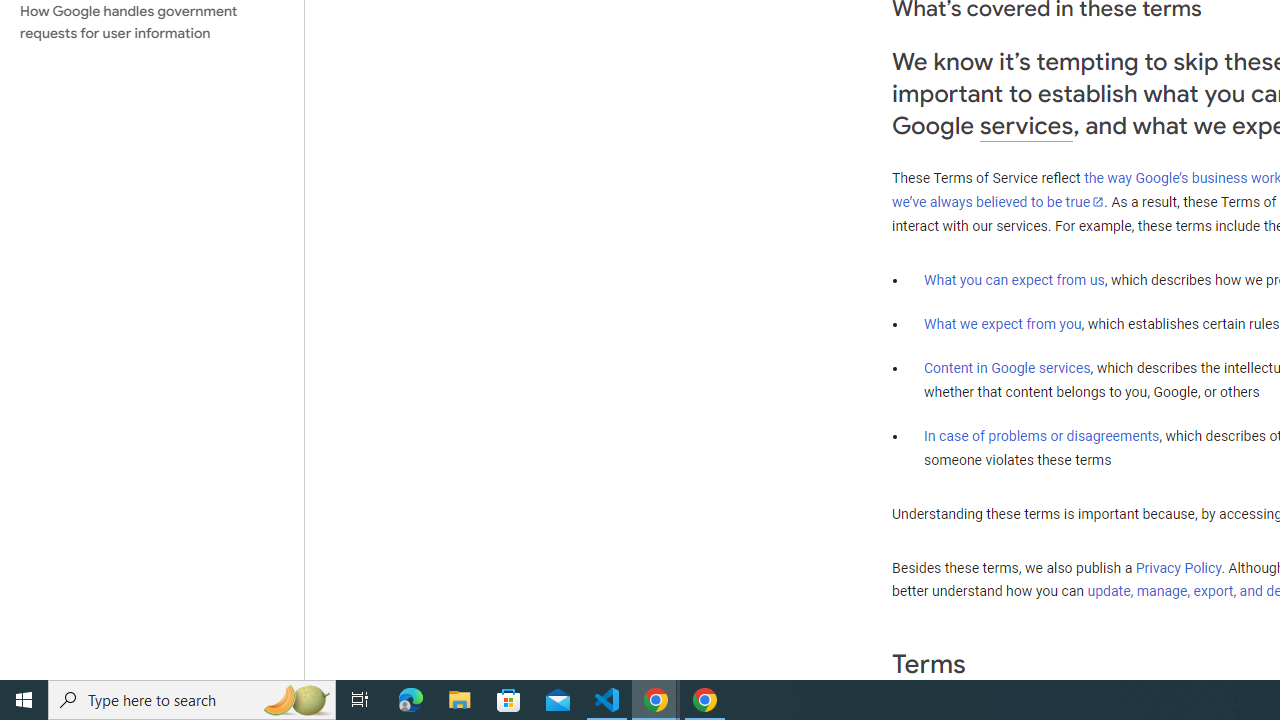 The height and width of the screenshot is (720, 1280). What do you see at coordinates (1040, 434) in the screenshot?
I see `'In case of problems or disagreements'` at bounding box center [1040, 434].